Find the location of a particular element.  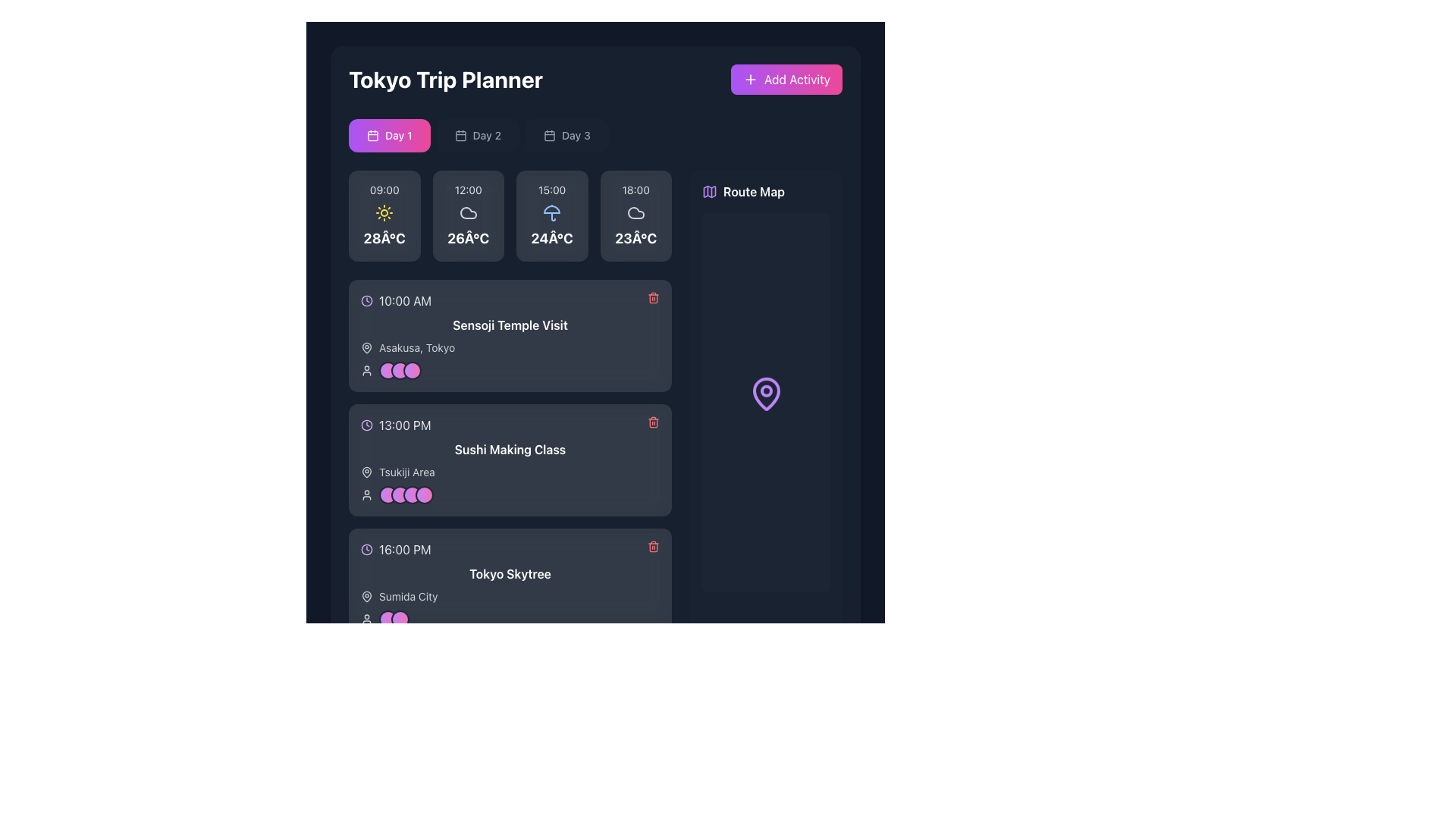

the circular pin-shaped icon with a purple outline in the lower-right section of the 'Route Map' panel is located at coordinates (766, 394).